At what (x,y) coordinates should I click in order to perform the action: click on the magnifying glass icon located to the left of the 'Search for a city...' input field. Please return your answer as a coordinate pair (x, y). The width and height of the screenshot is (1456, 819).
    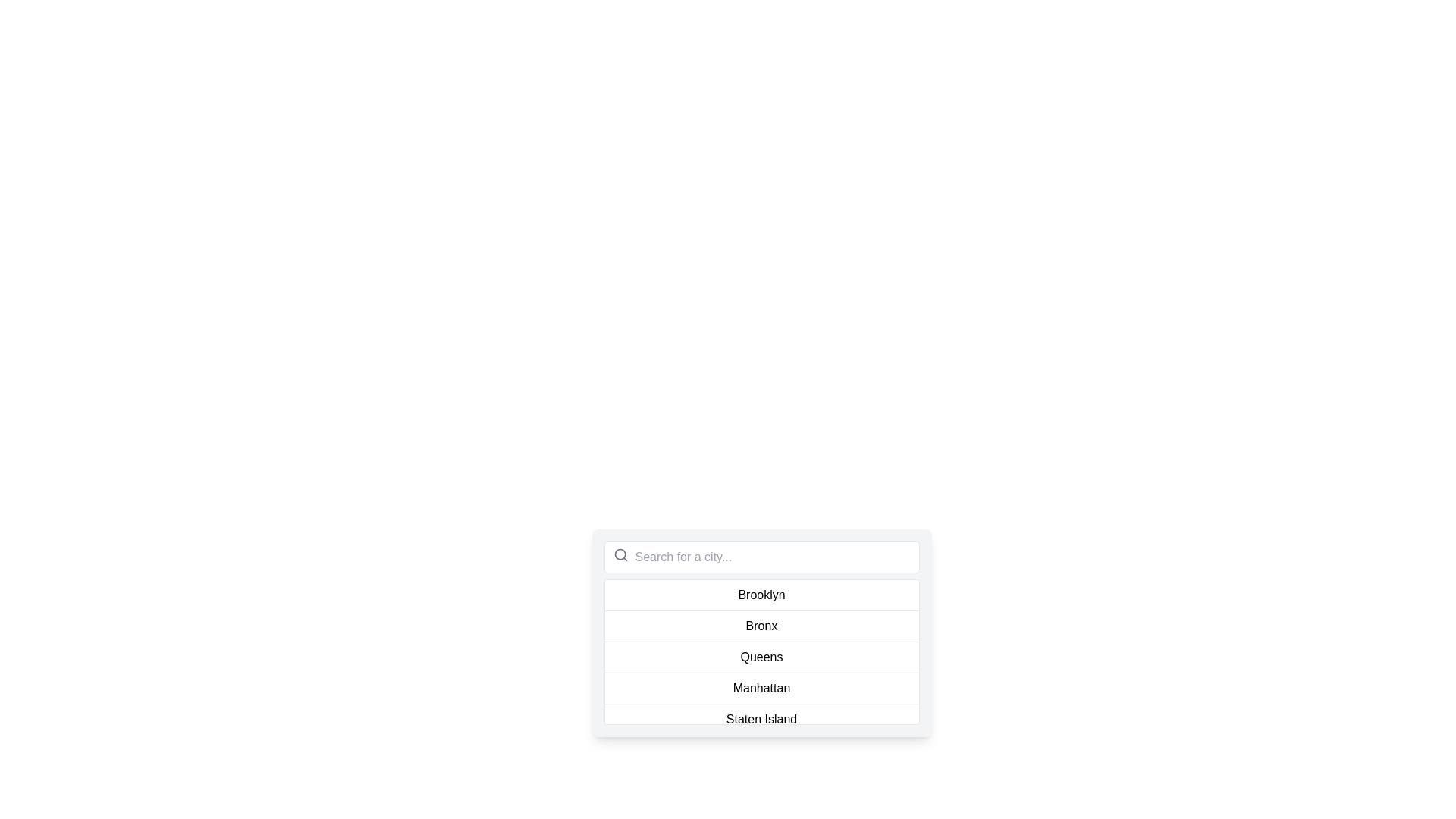
    Looking at the image, I should click on (620, 555).